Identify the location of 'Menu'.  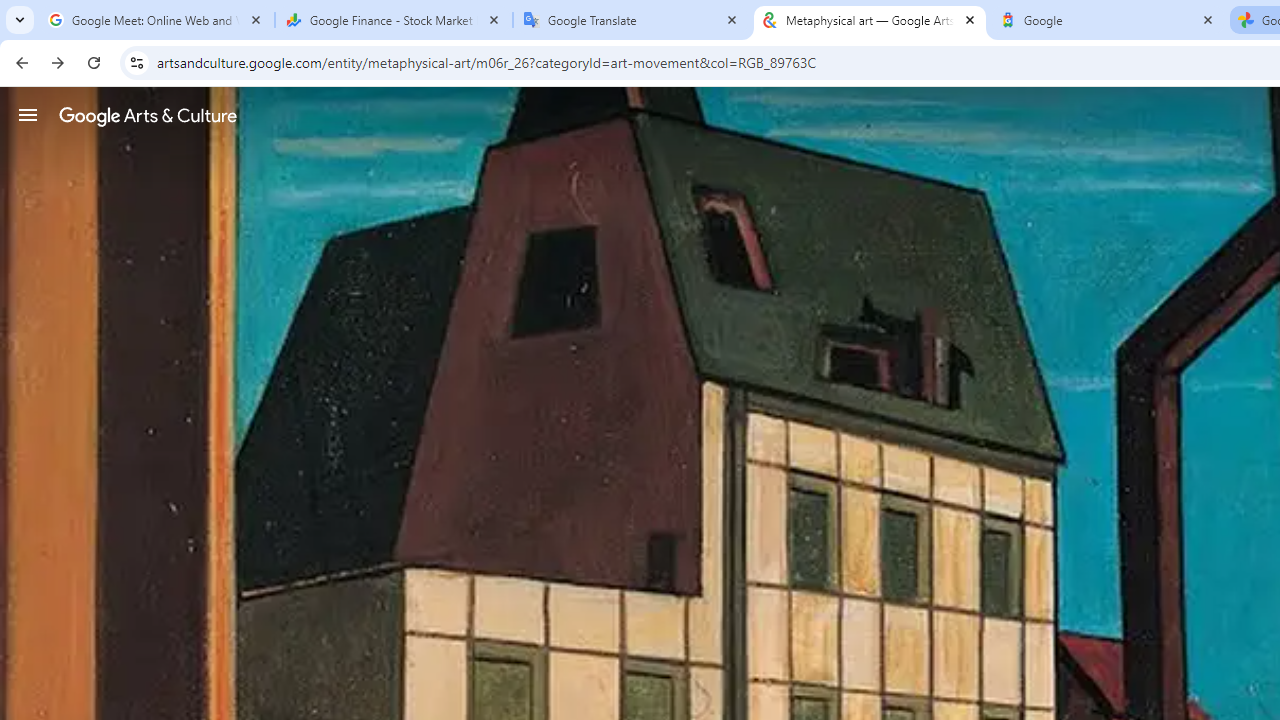
(28, 114).